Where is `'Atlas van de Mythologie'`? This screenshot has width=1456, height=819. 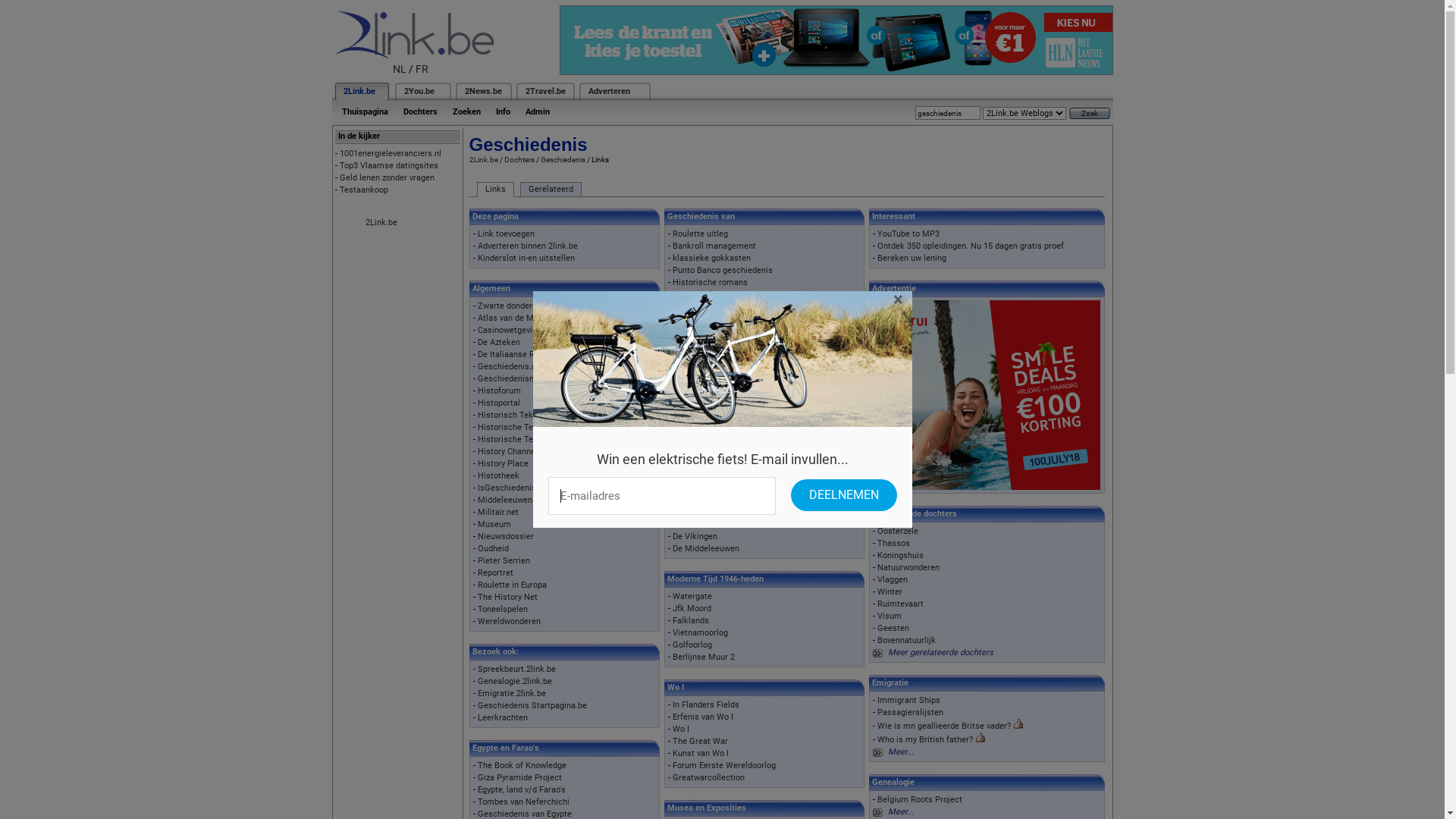 'Atlas van de Mythologie' is located at coordinates (522, 317).